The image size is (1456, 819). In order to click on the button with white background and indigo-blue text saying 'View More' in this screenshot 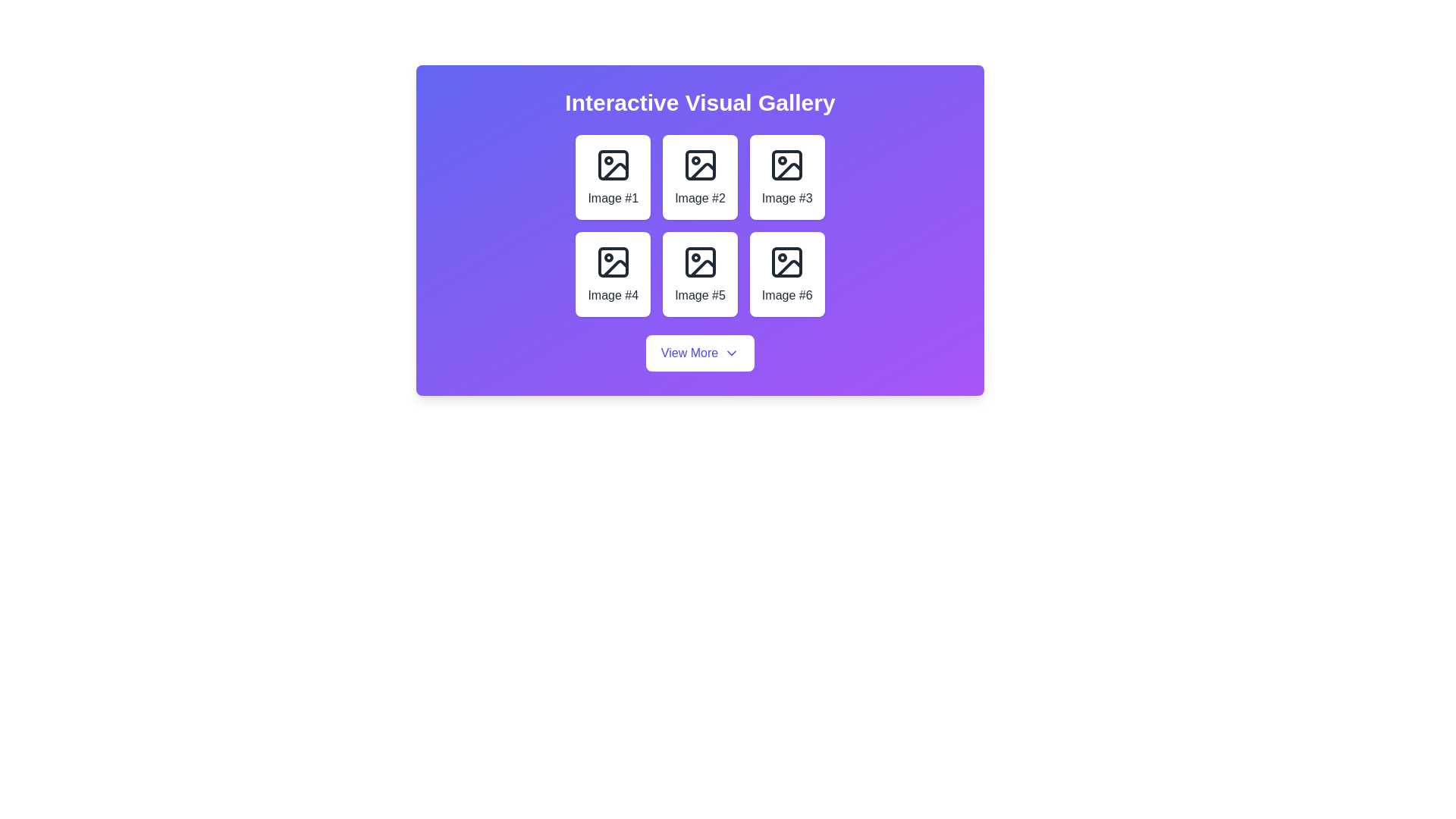, I will do `click(699, 353)`.